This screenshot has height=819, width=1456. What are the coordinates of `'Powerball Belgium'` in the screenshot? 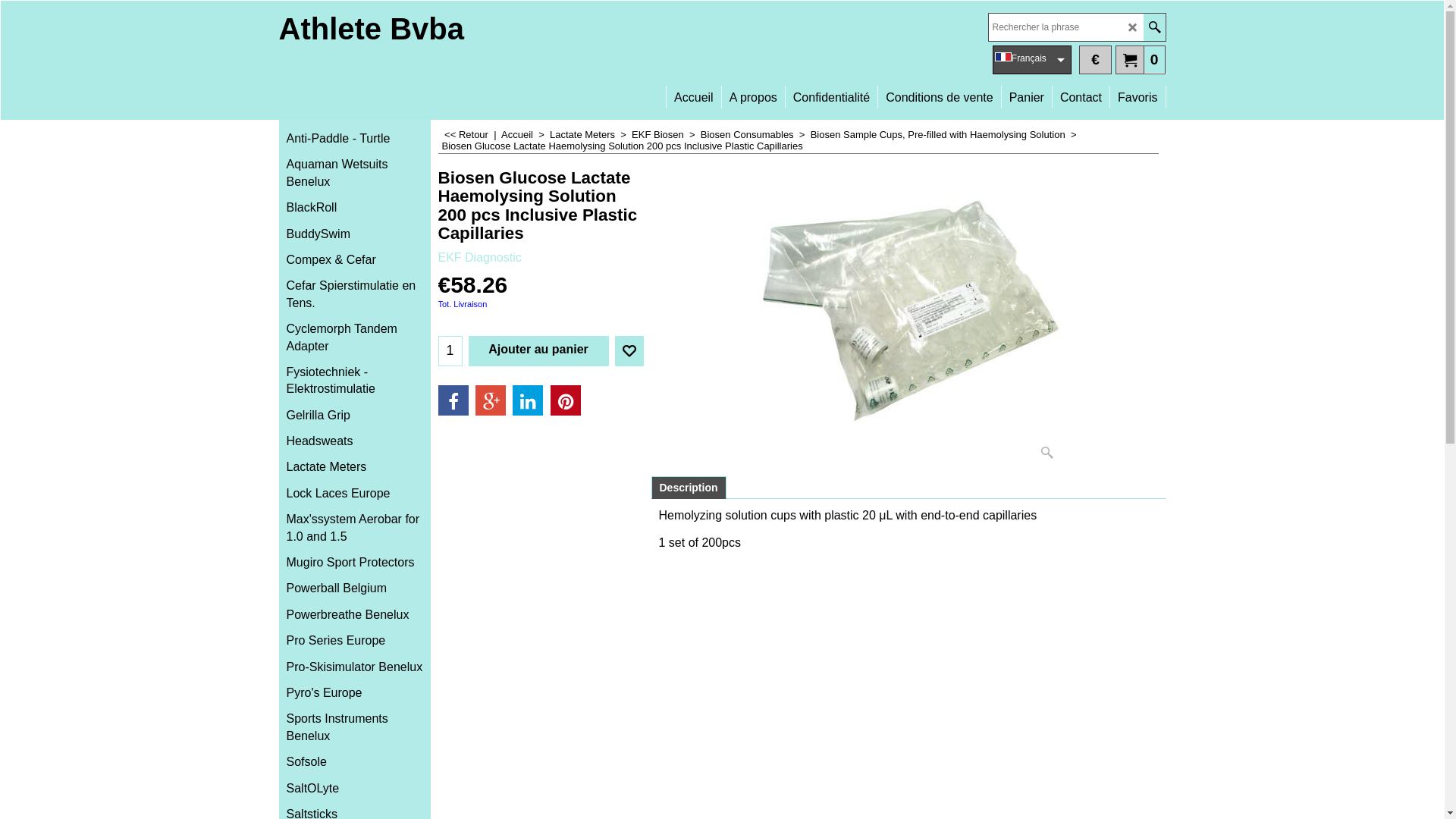 It's located at (279, 587).